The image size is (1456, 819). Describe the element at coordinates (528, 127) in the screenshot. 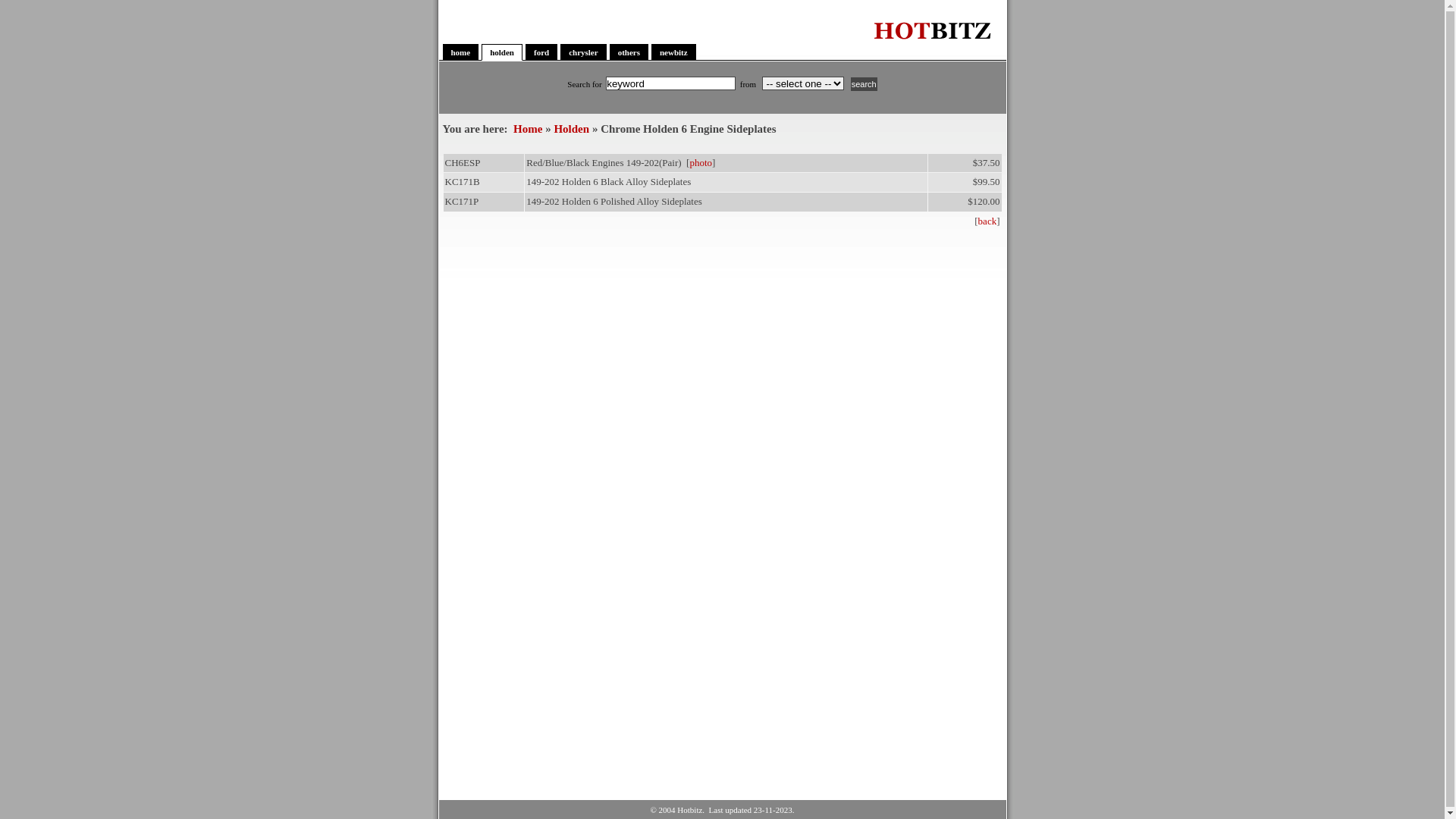

I see `'Home'` at that location.